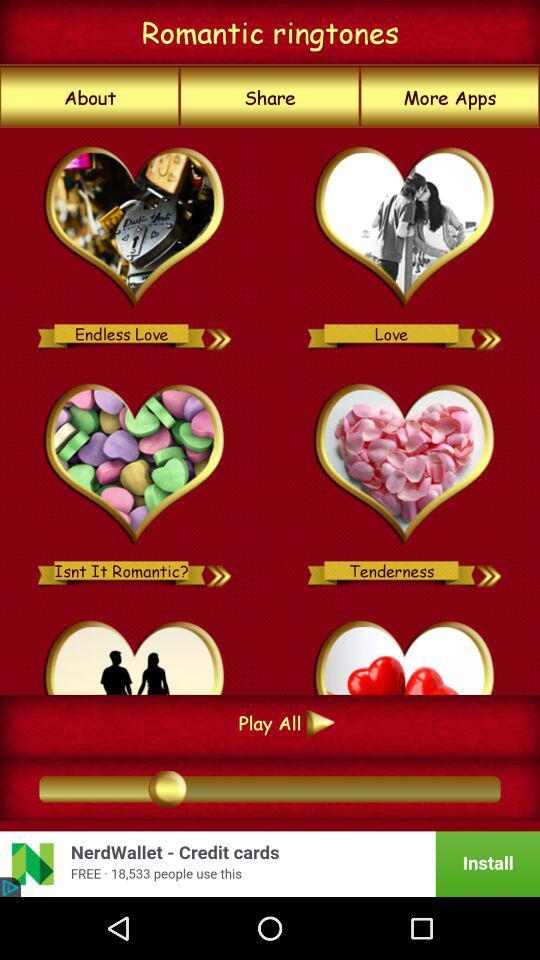 This screenshot has height=960, width=540. I want to click on tenderness ringtone, so click(489, 570).